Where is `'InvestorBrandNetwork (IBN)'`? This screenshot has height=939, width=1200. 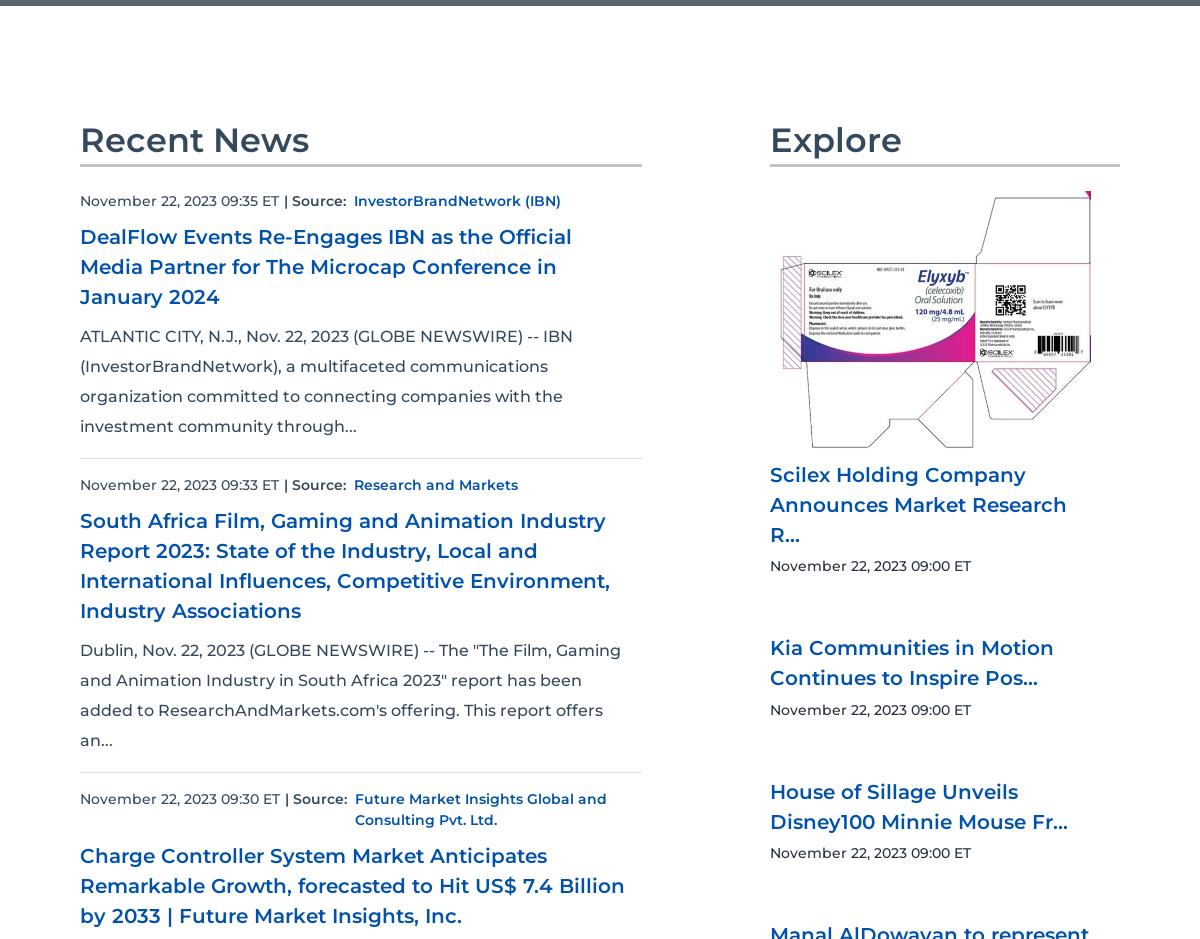 'InvestorBrandNetwork (IBN)' is located at coordinates (456, 199).